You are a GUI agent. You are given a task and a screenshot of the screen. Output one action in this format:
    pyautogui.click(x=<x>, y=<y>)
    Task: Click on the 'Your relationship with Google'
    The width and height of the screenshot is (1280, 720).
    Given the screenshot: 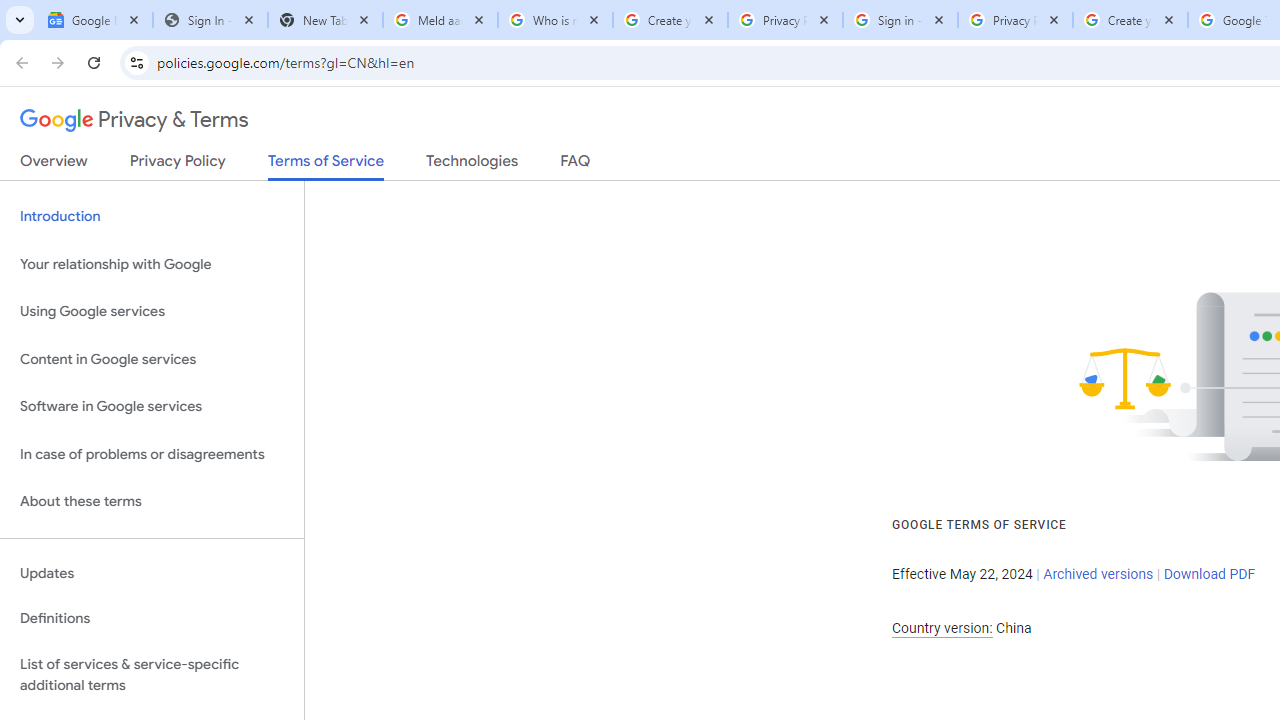 What is the action you would take?
    pyautogui.click(x=151, y=263)
    